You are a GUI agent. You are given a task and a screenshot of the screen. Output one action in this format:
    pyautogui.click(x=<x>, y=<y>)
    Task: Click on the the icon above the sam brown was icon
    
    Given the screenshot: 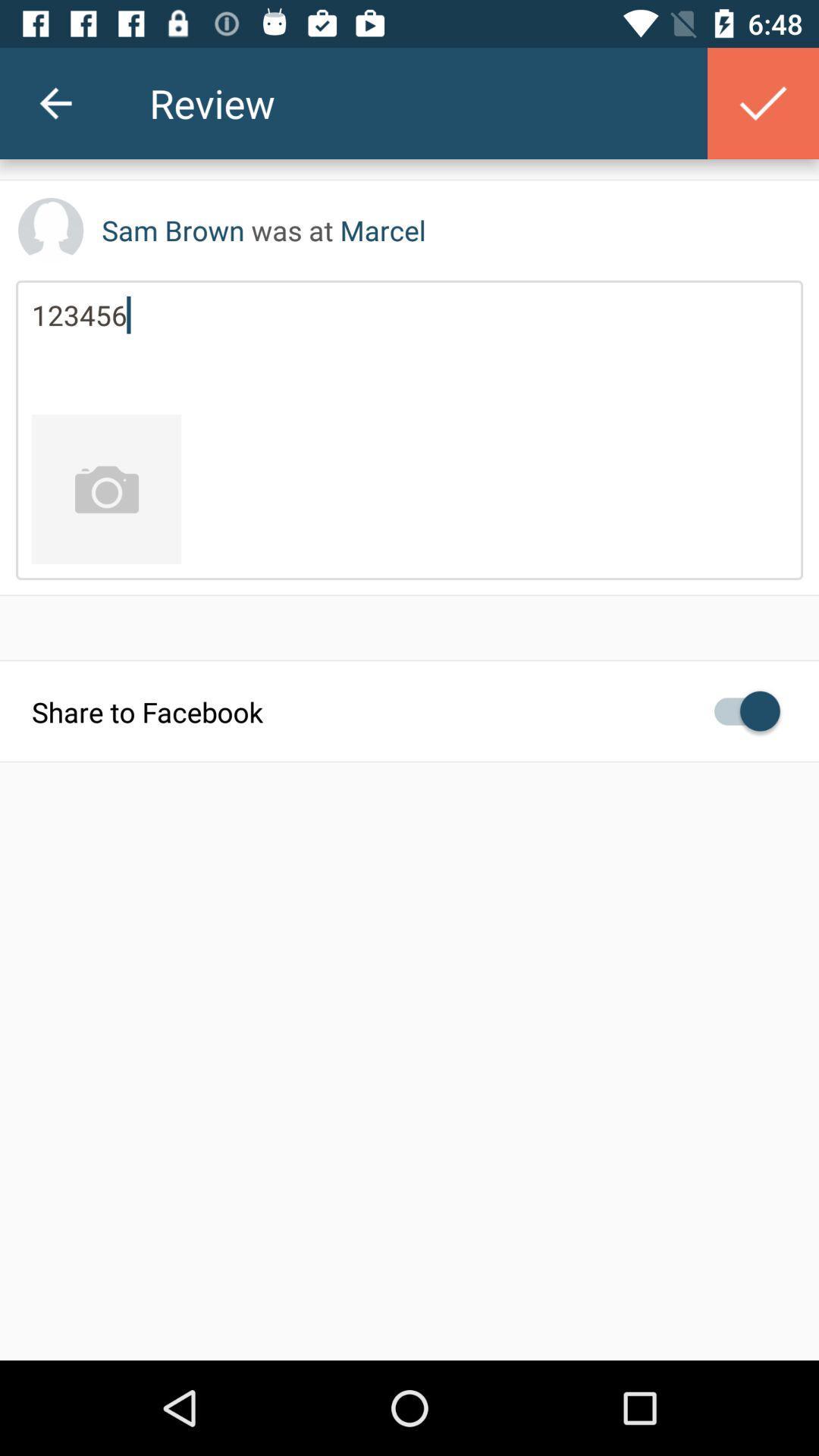 What is the action you would take?
    pyautogui.click(x=763, y=102)
    